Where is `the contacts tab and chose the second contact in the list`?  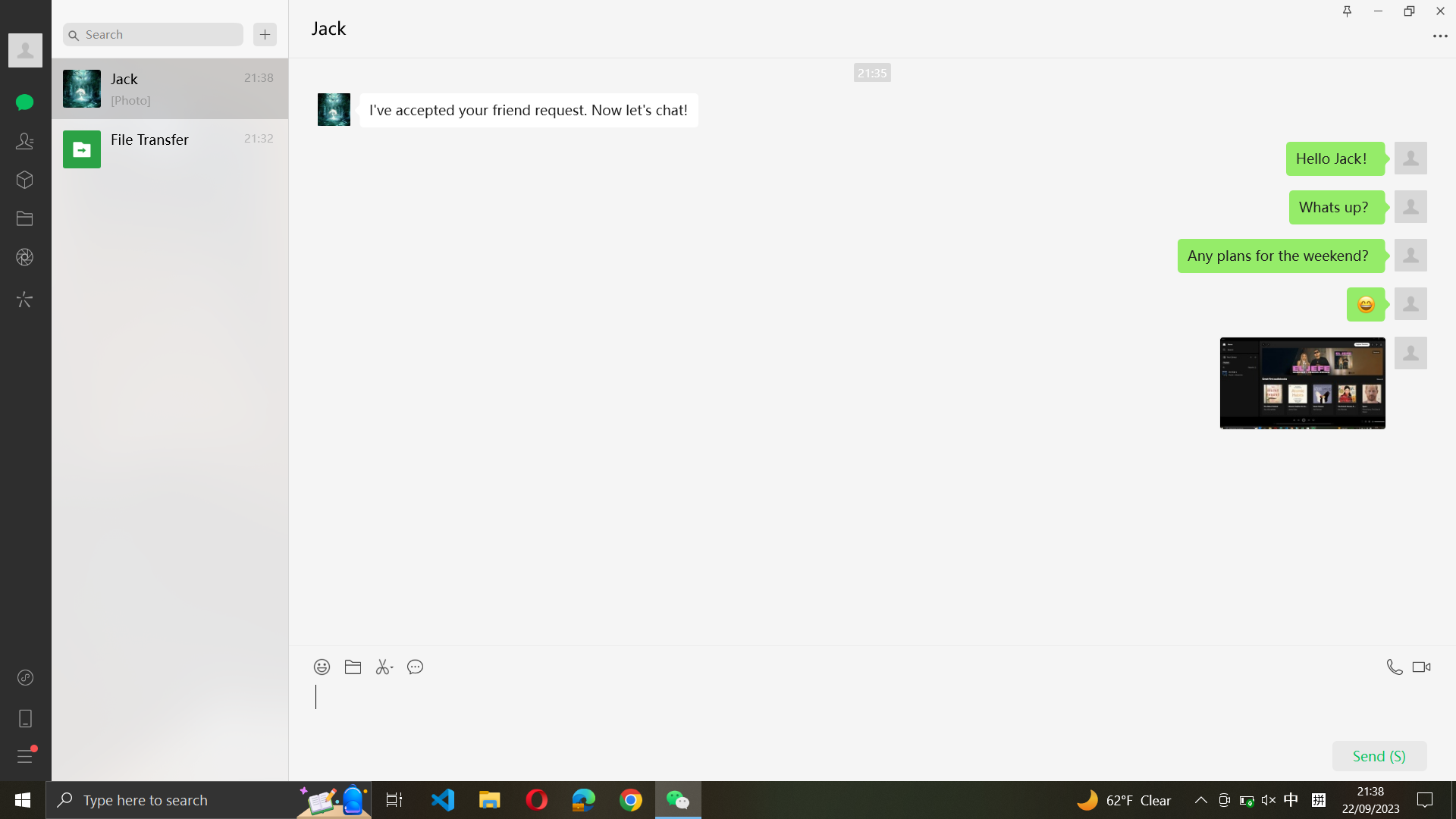
the contacts tab and chose the second contact in the list is located at coordinates (25, 140).